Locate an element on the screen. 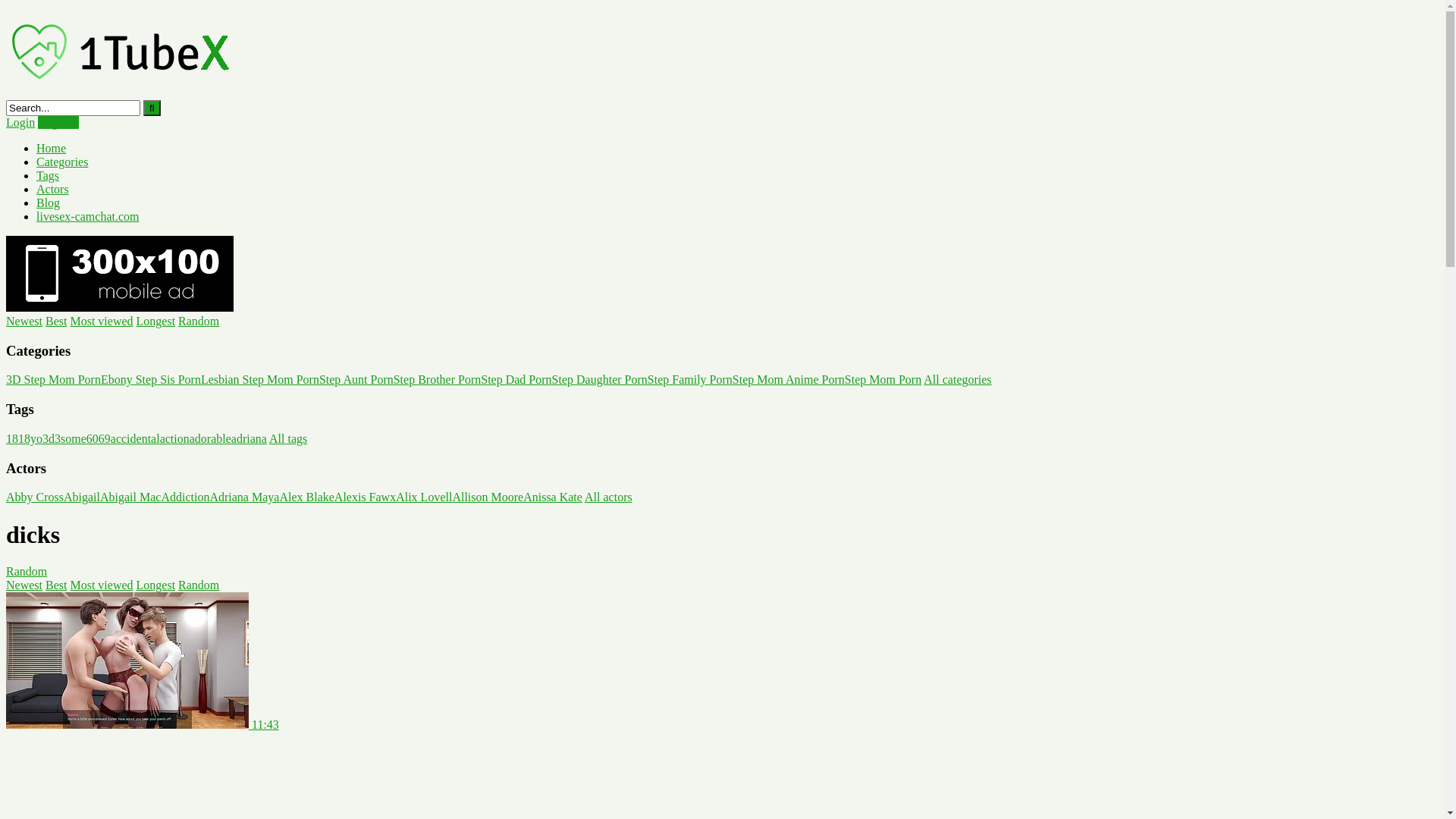 The height and width of the screenshot is (819, 1456). 'Allison Moore' is located at coordinates (488, 497).